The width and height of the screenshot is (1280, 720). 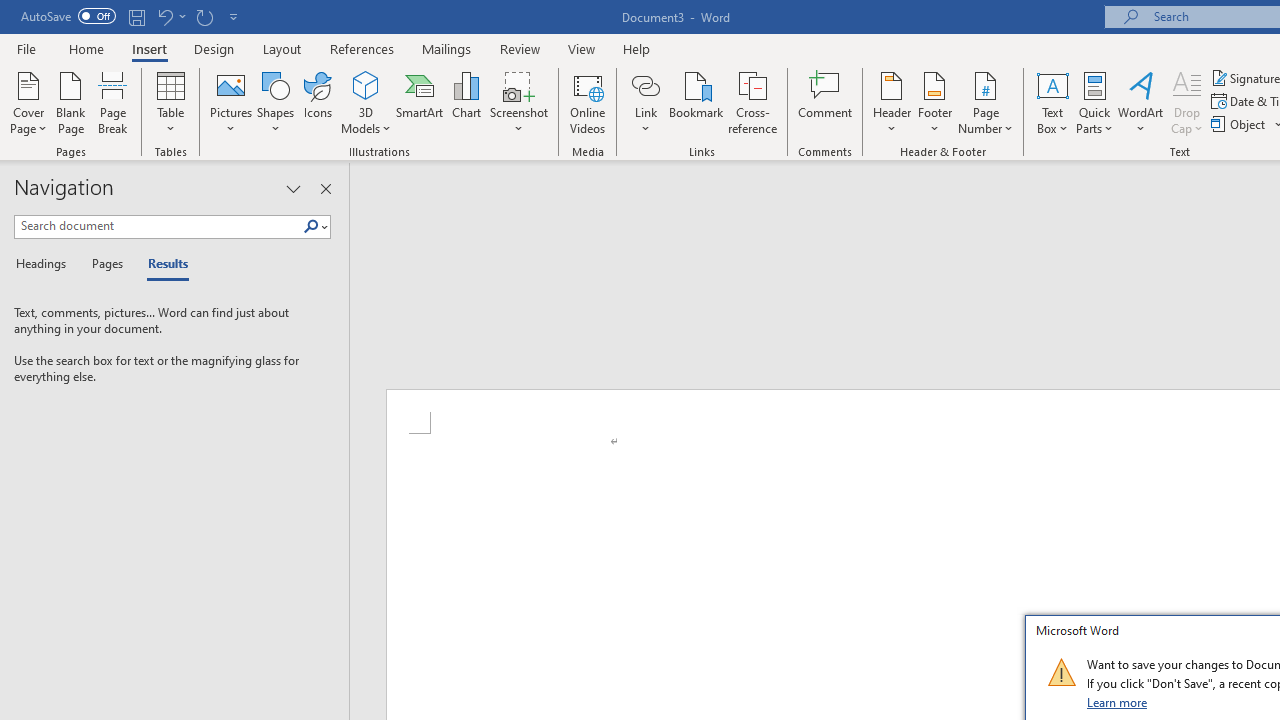 What do you see at coordinates (1117, 701) in the screenshot?
I see `'Learn more'` at bounding box center [1117, 701].